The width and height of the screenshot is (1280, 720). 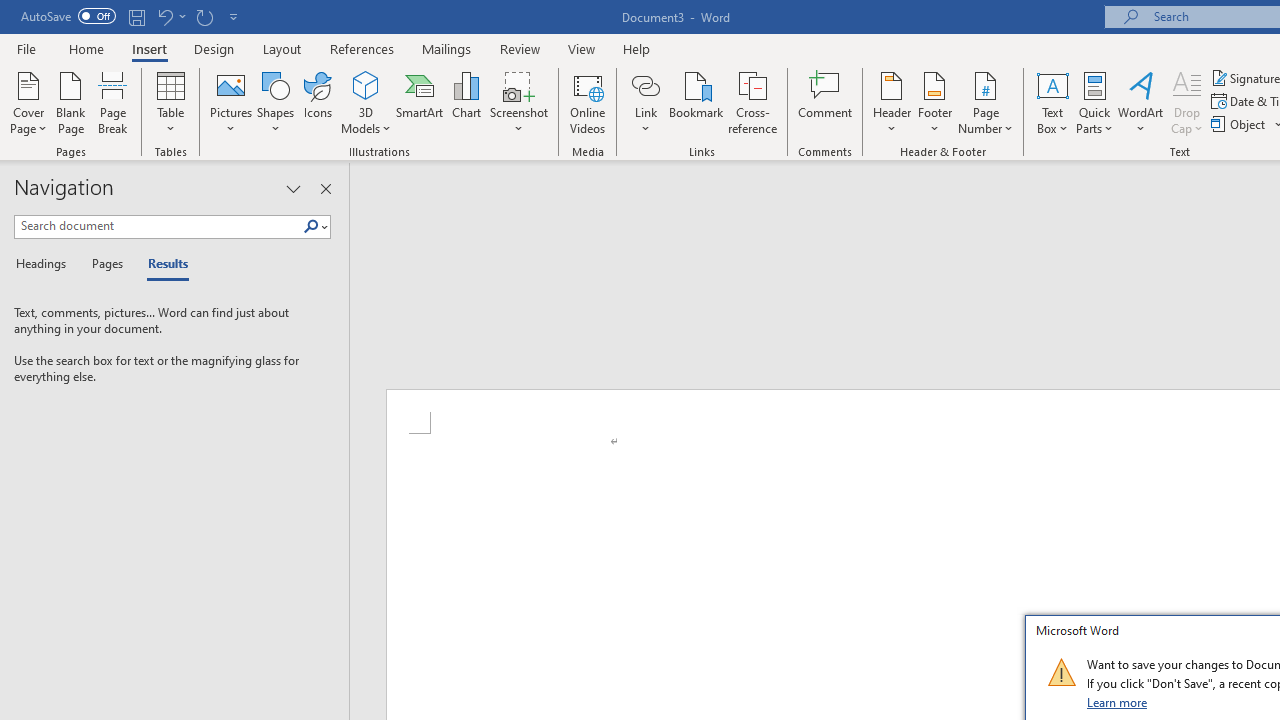 What do you see at coordinates (1117, 701) in the screenshot?
I see `'Learn more'` at bounding box center [1117, 701].